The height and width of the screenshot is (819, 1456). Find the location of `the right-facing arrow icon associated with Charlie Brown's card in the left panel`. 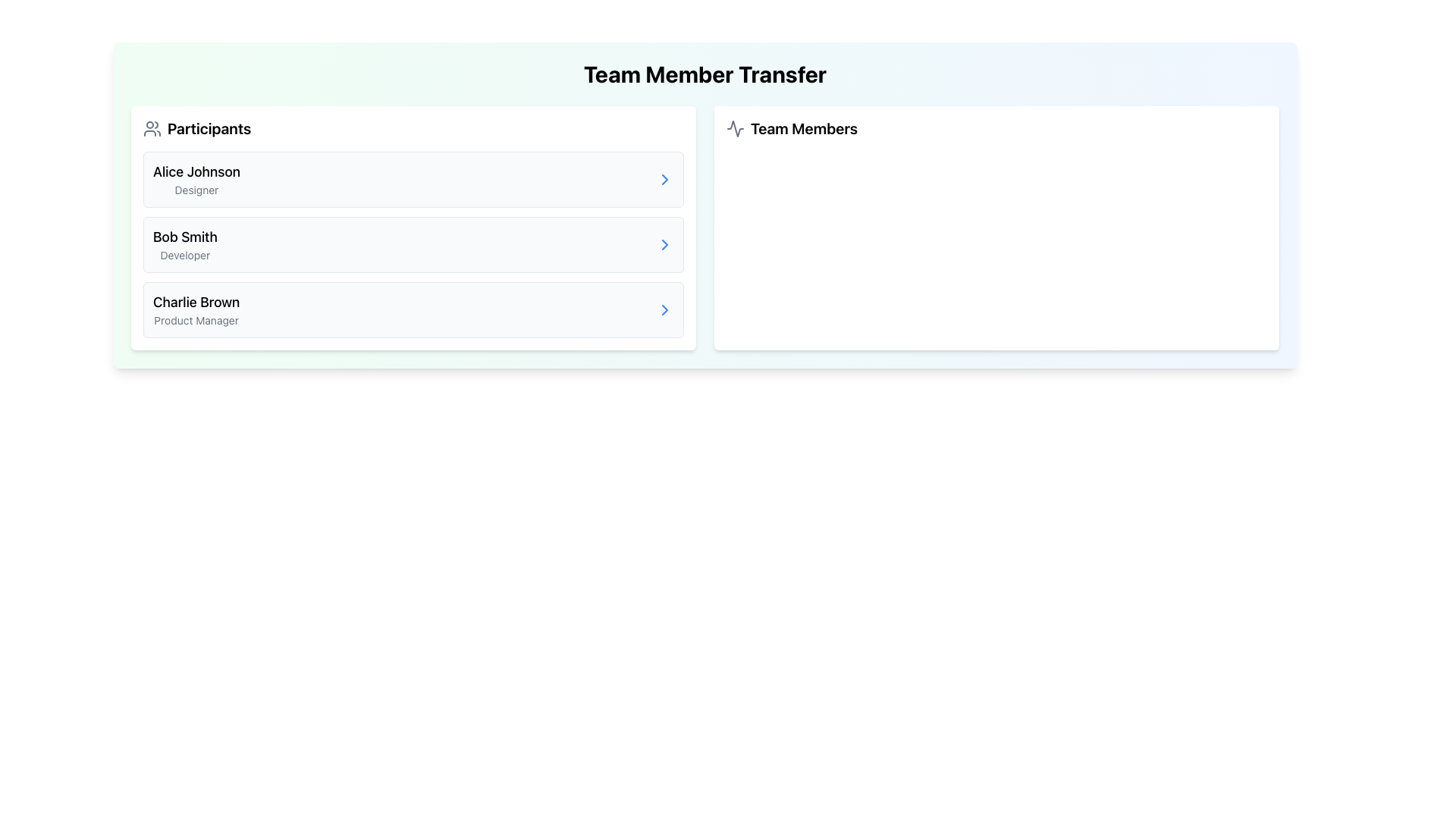

the right-facing arrow icon associated with Charlie Brown's card in the left panel is located at coordinates (665, 309).